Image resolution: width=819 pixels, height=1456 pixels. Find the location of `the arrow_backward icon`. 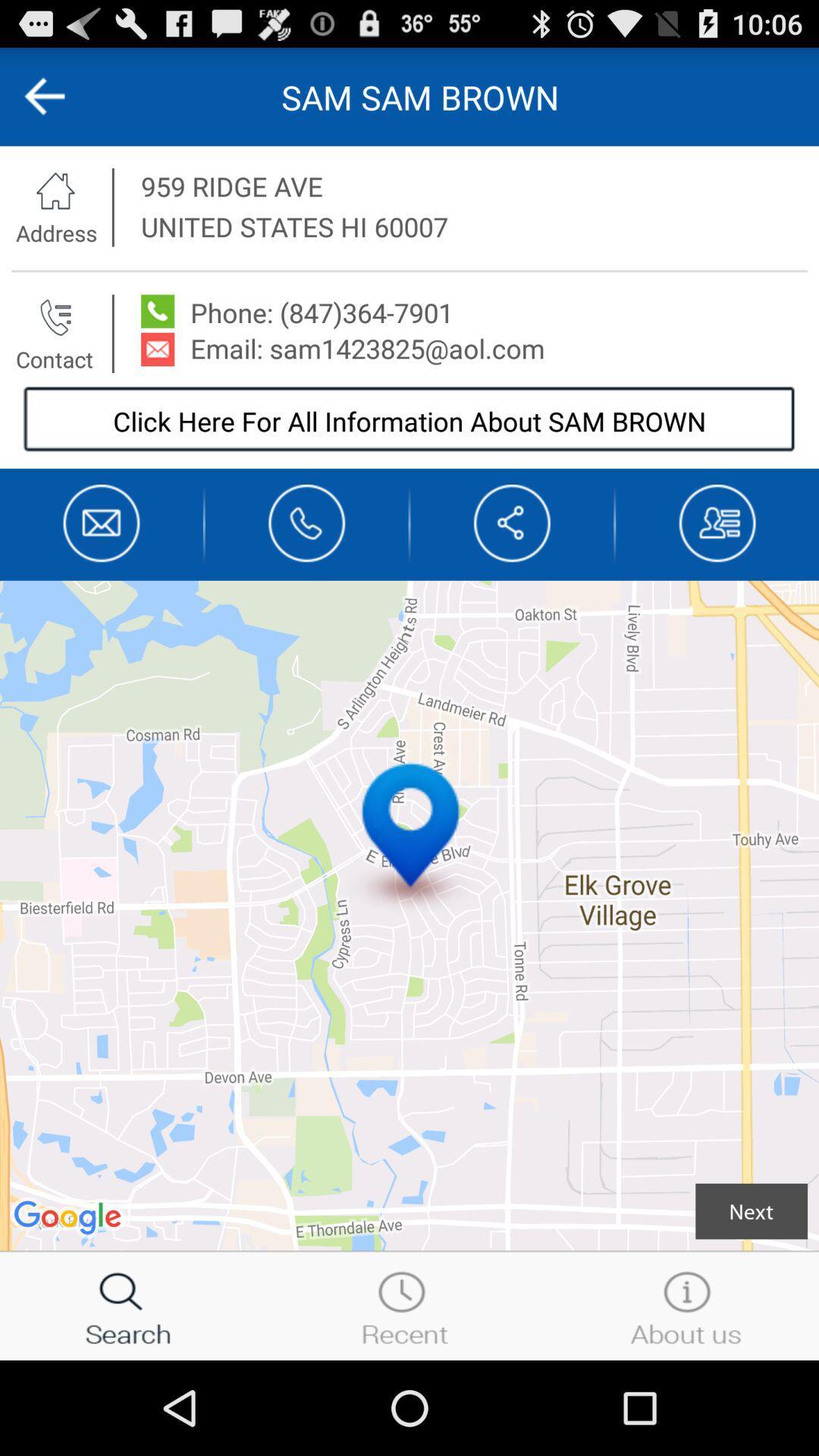

the arrow_backward icon is located at coordinates (512, 560).